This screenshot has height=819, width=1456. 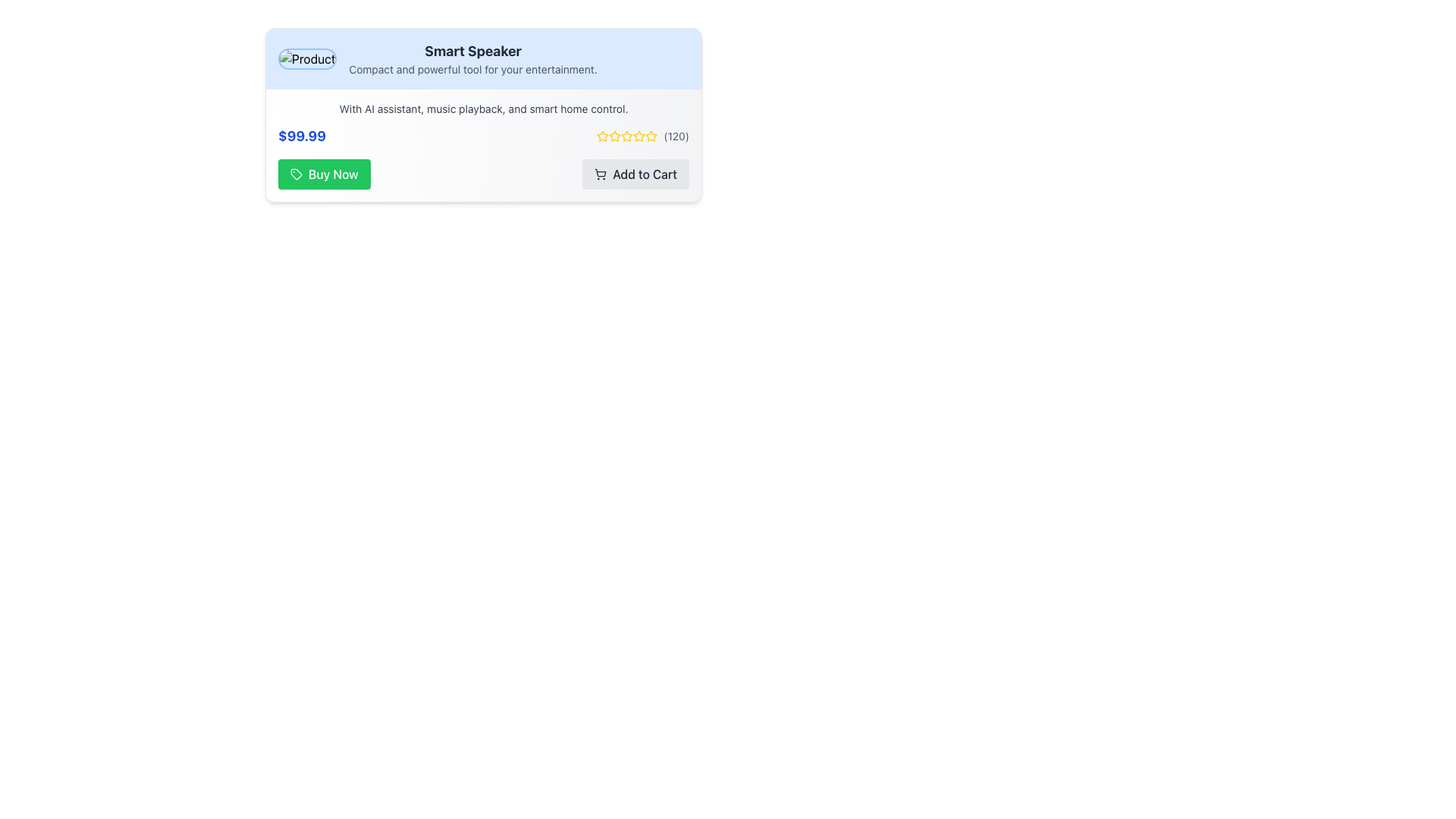 What do you see at coordinates (639, 135) in the screenshot?
I see `the third star icon in the product rating system to adjust the rating` at bounding box center [639, 135].